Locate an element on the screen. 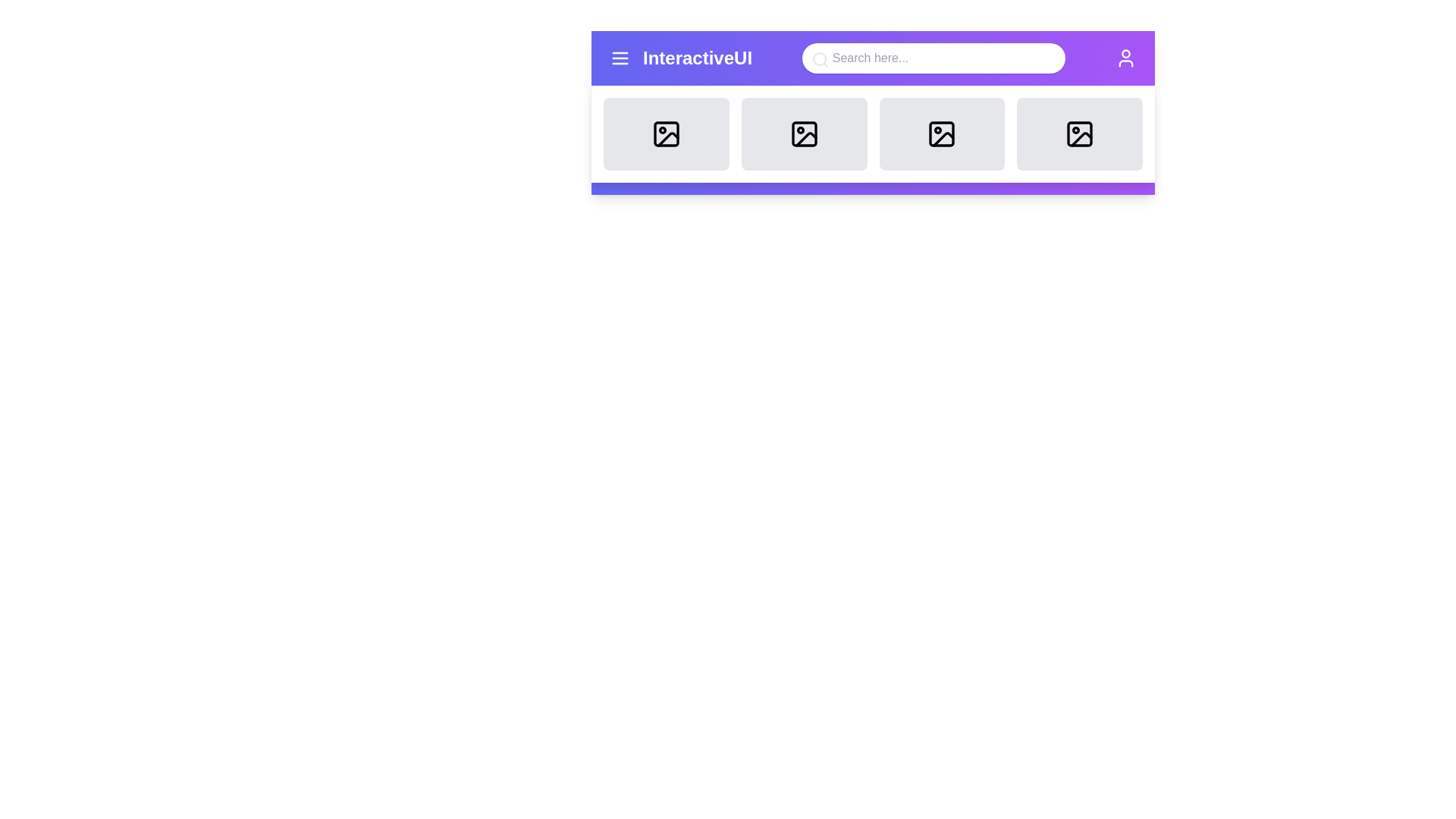  the menu icon to open the menu is located at coordinates (620, 58).